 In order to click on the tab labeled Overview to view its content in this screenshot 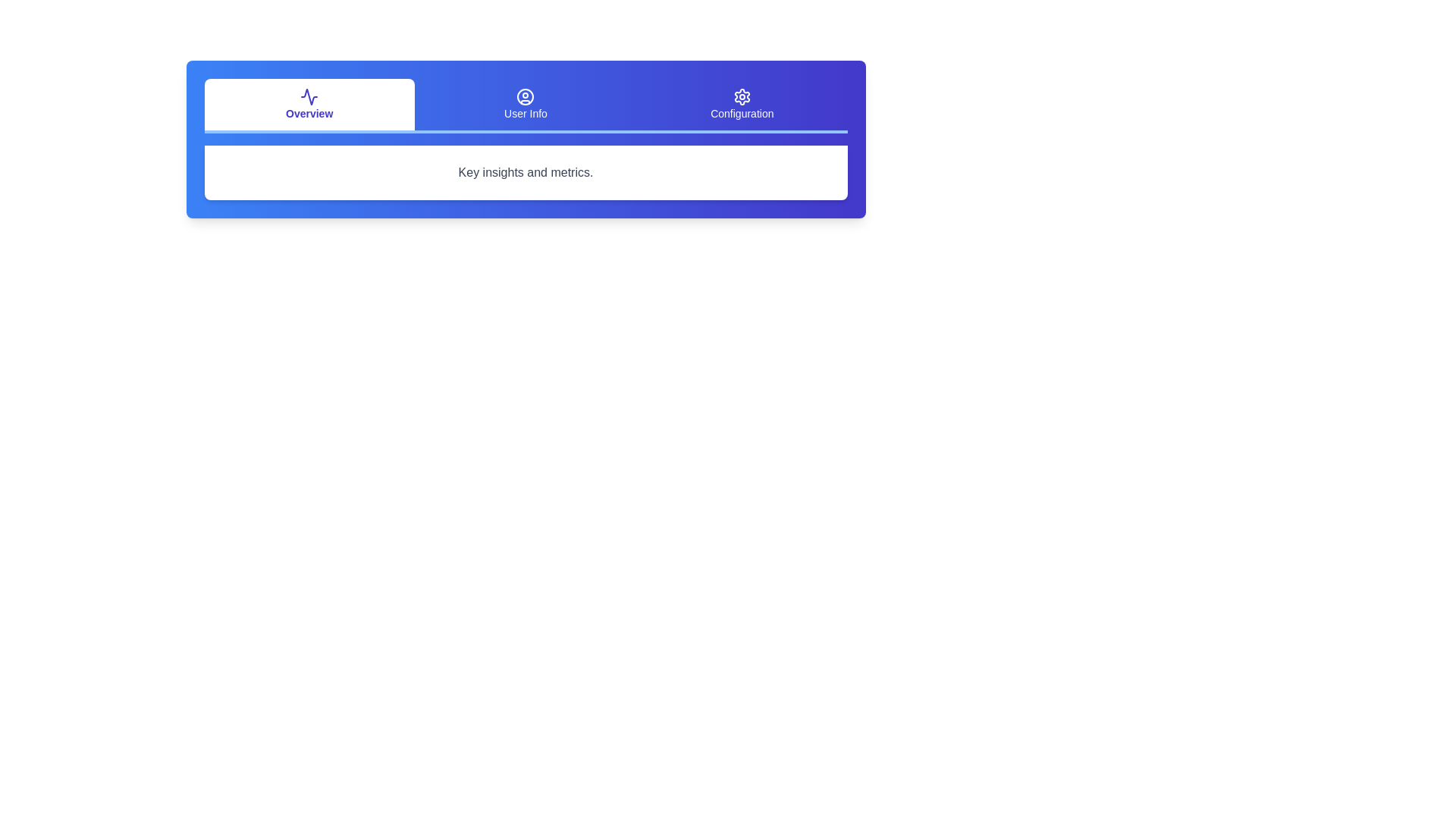, I will do `click(309, 104)`.